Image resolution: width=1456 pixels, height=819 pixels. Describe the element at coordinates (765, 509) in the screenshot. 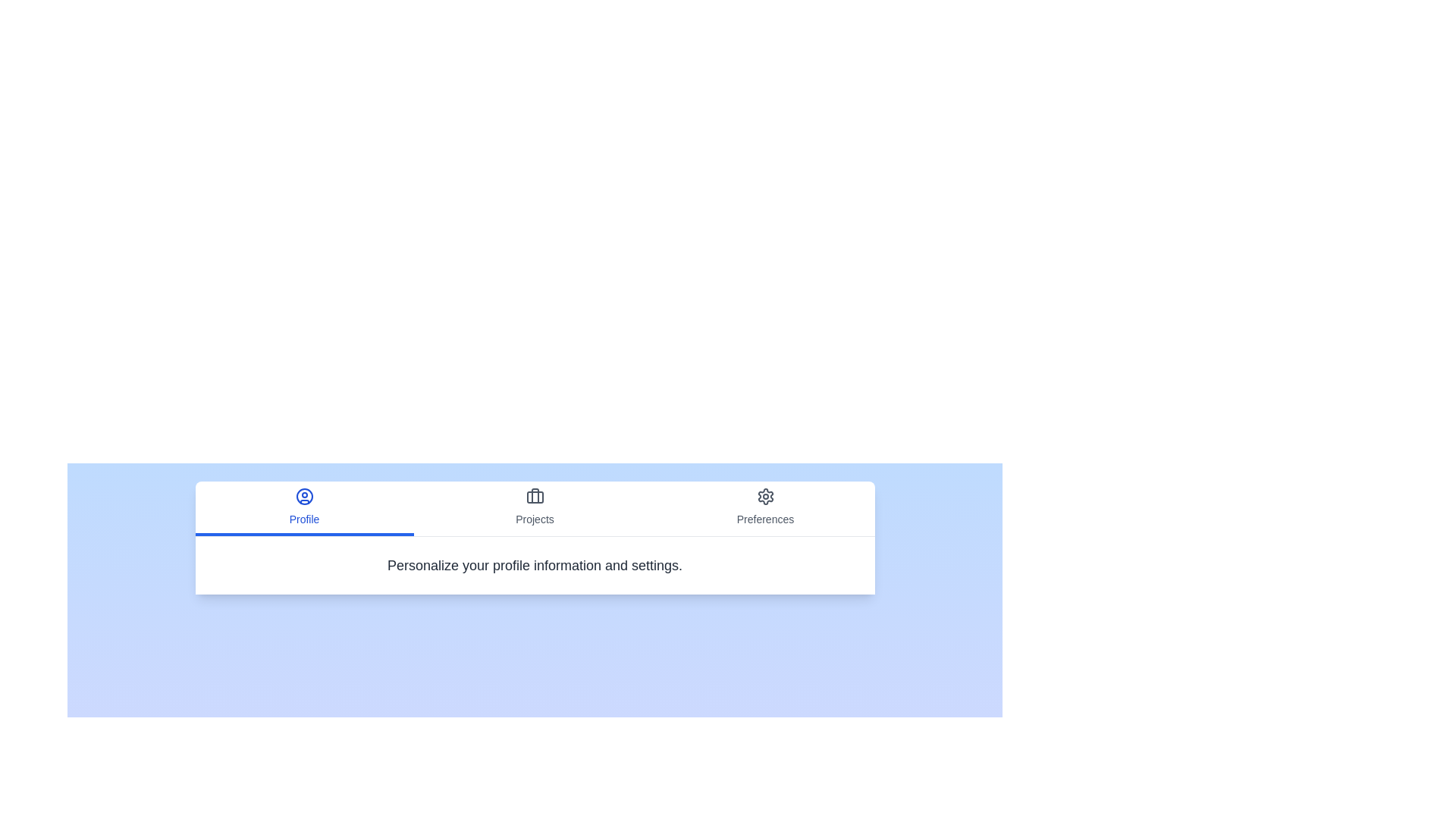

I see `the tab labeled Preferences` at that location.